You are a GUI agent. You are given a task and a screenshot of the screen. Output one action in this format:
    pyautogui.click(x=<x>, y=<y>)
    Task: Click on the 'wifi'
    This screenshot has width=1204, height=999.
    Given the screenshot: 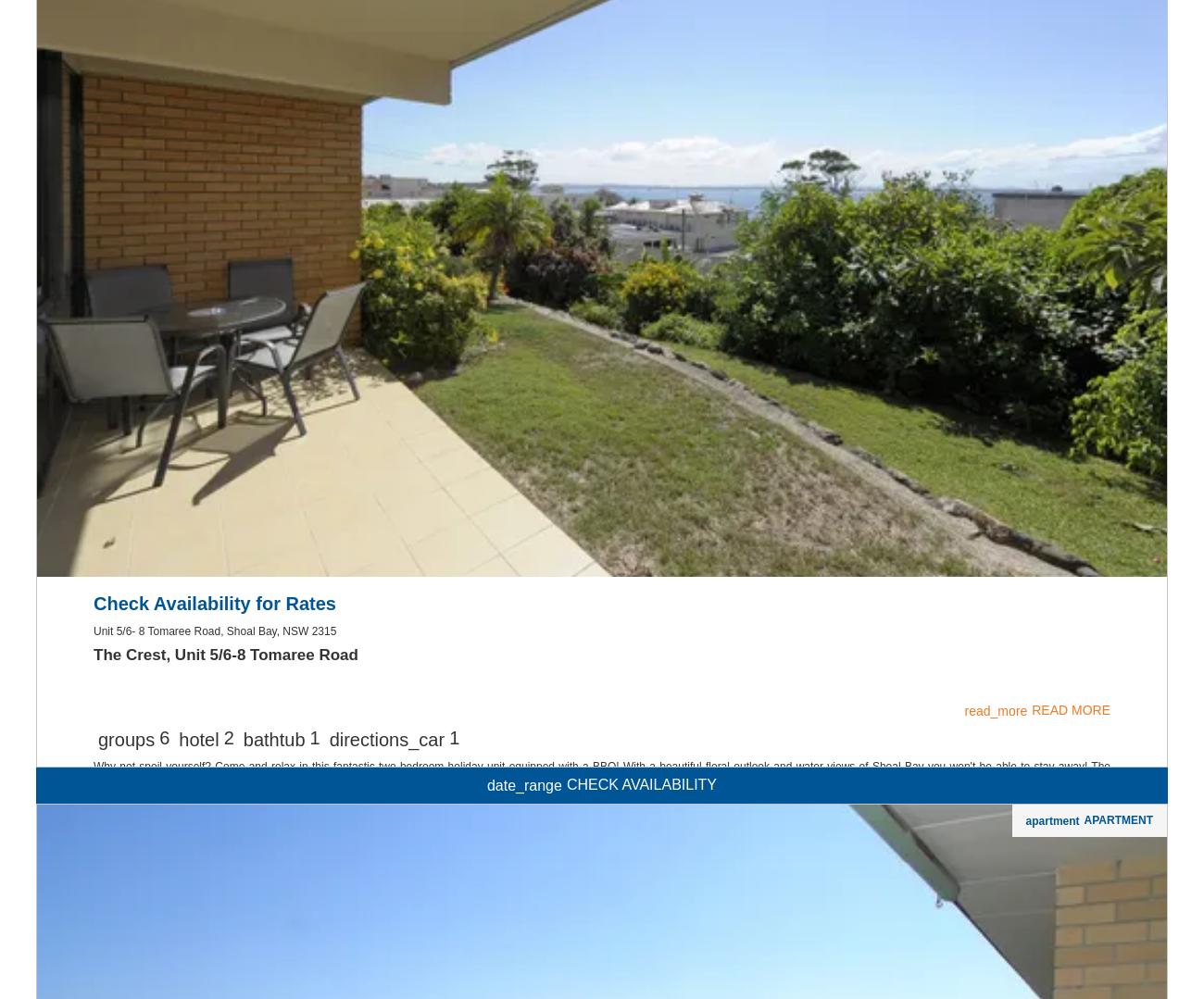 What is the action you would take?
    pyautogui.click(x=601, y=167)
    